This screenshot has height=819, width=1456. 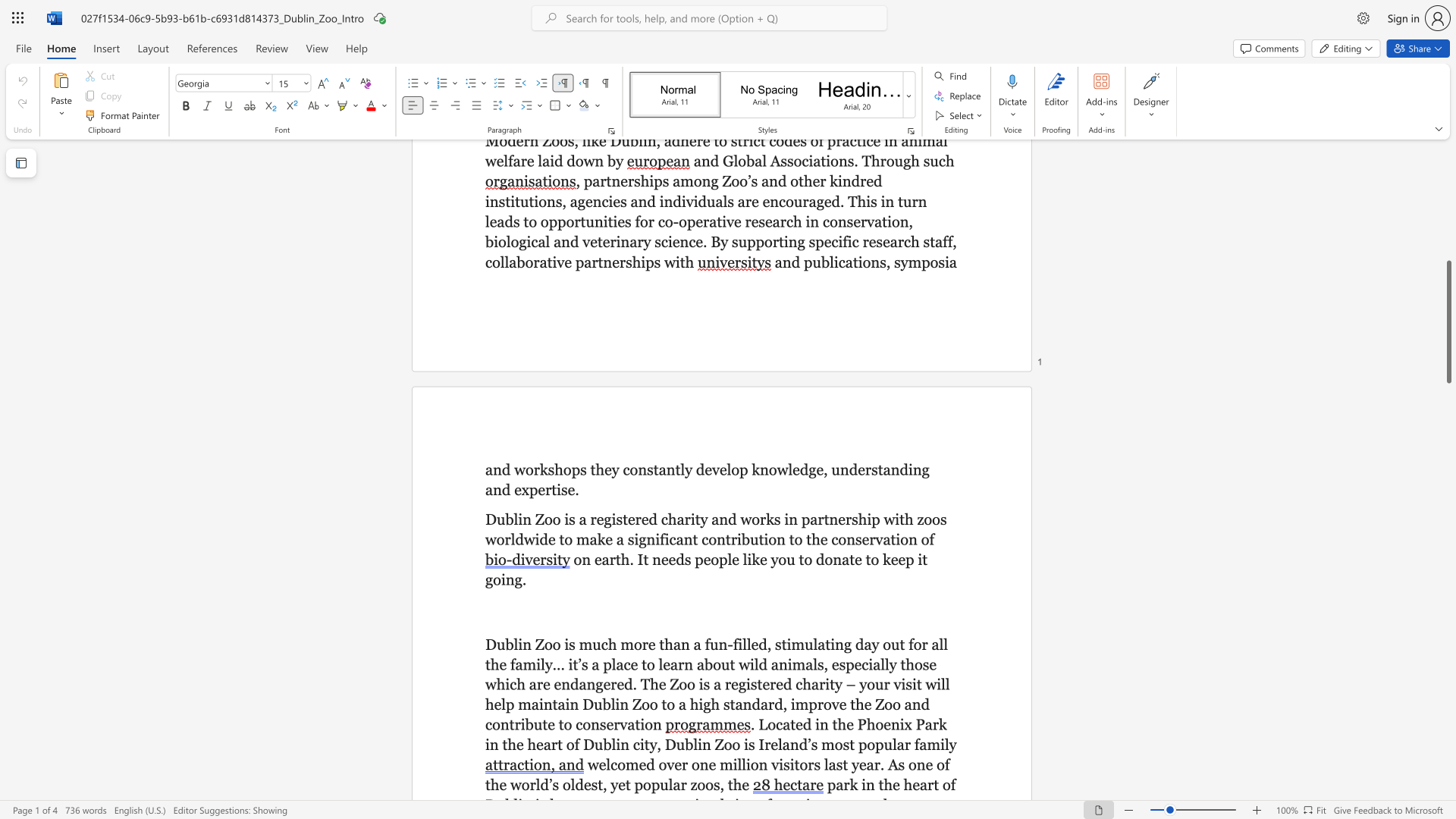 I want to click on the subset text "dest," within the text "welcomed over one million visitors last year. As one of the world’s oldest,", so click(x=574, y=784).